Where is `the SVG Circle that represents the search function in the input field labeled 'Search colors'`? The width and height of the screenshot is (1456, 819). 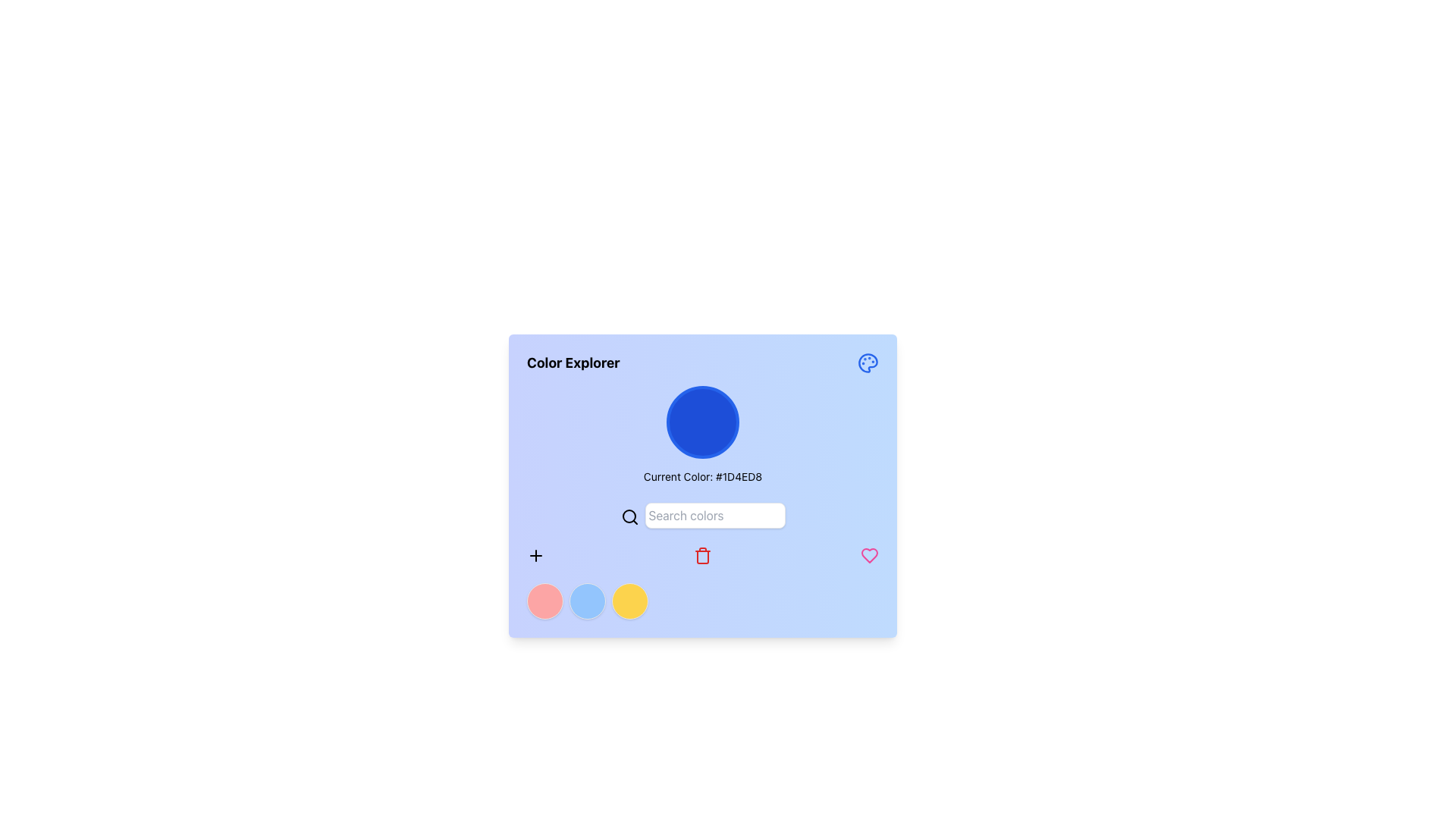 the SVG Circle that represents the search function in the input field labeled 'Search colors' is located at coordinates (629, 515).